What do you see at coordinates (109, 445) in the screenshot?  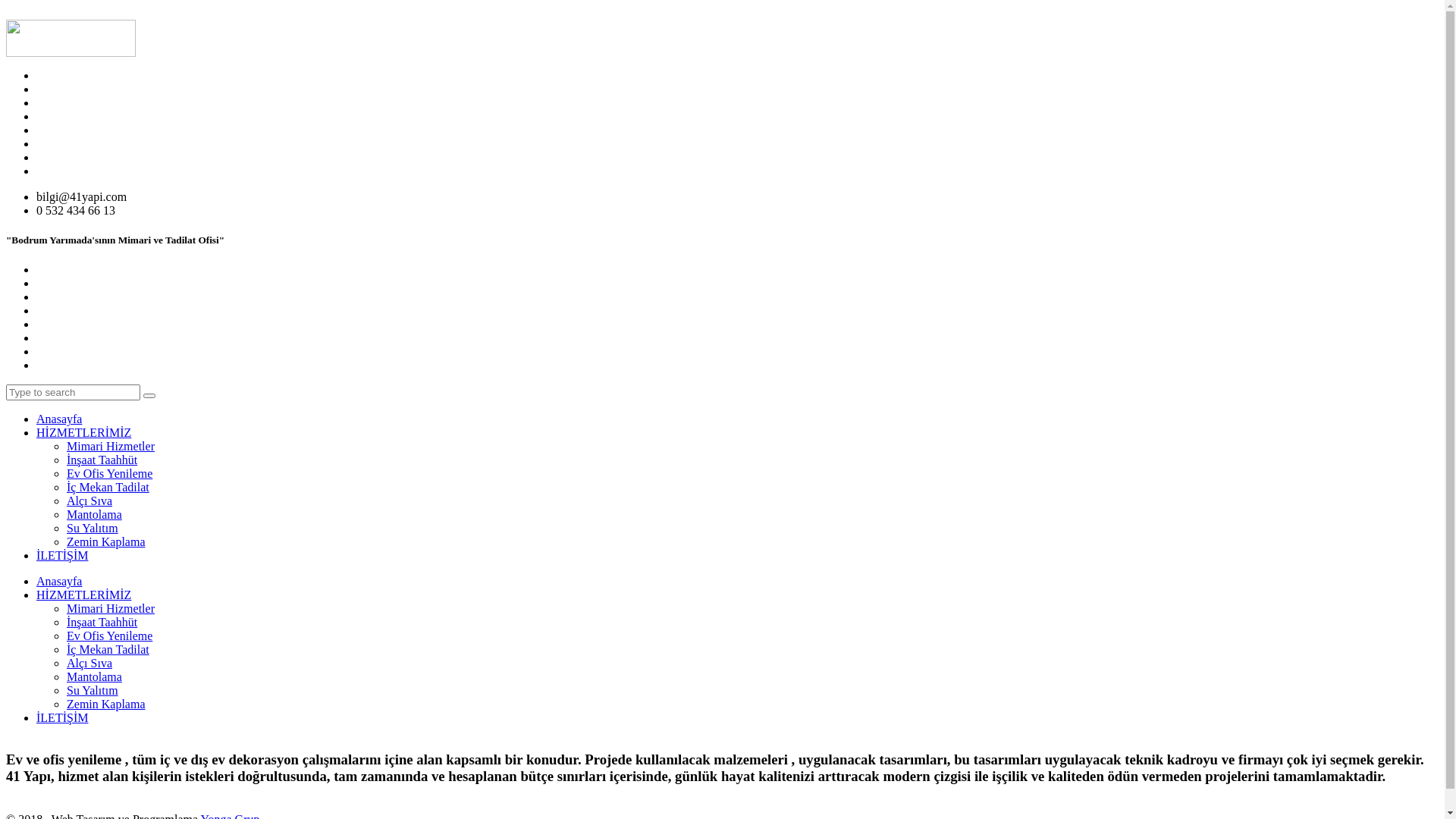 I see `'Mimari Hizmetler'` at bounding box center [109, 445].